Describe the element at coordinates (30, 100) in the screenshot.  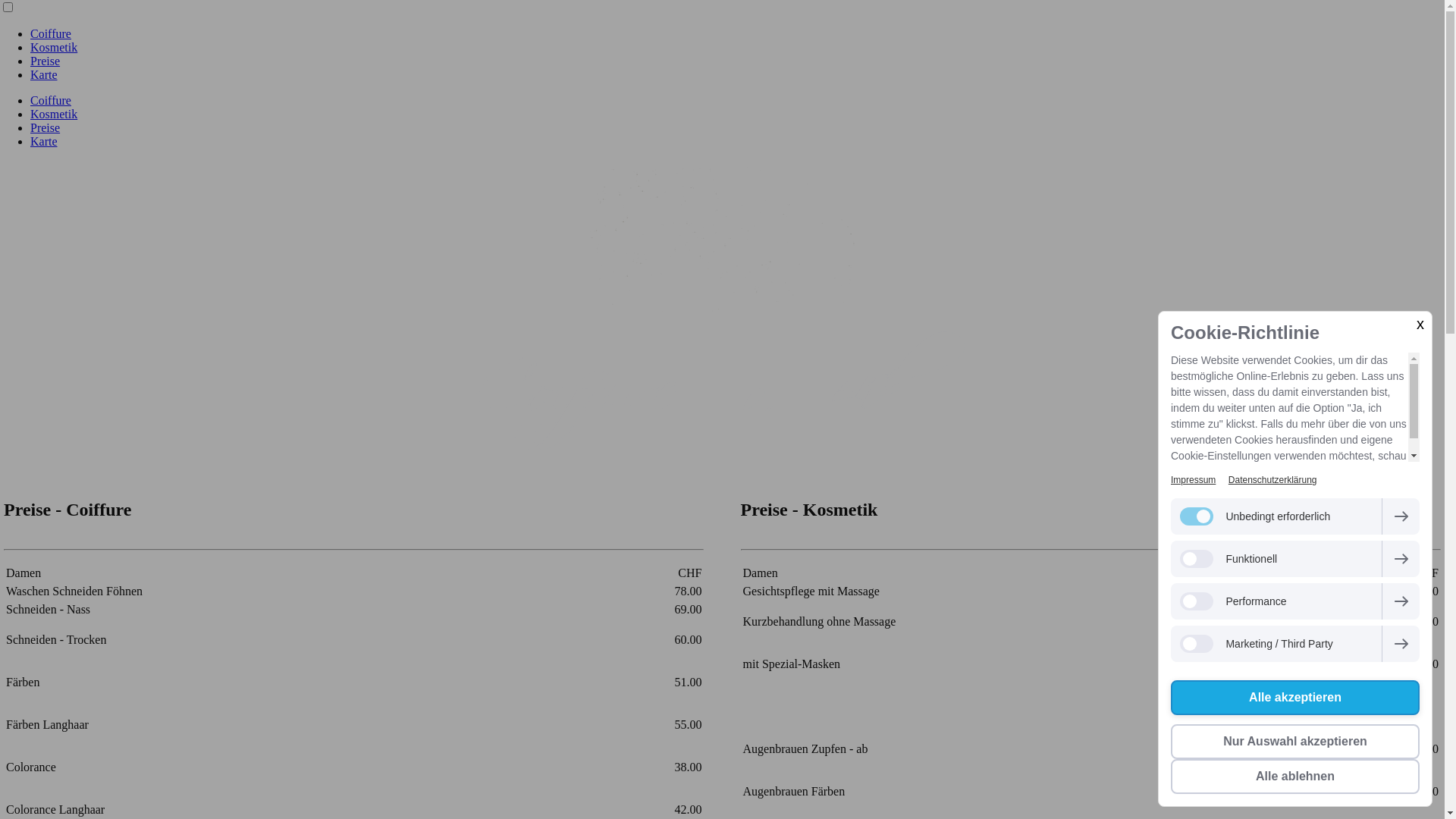
I see `'Coiffure'` at that location.